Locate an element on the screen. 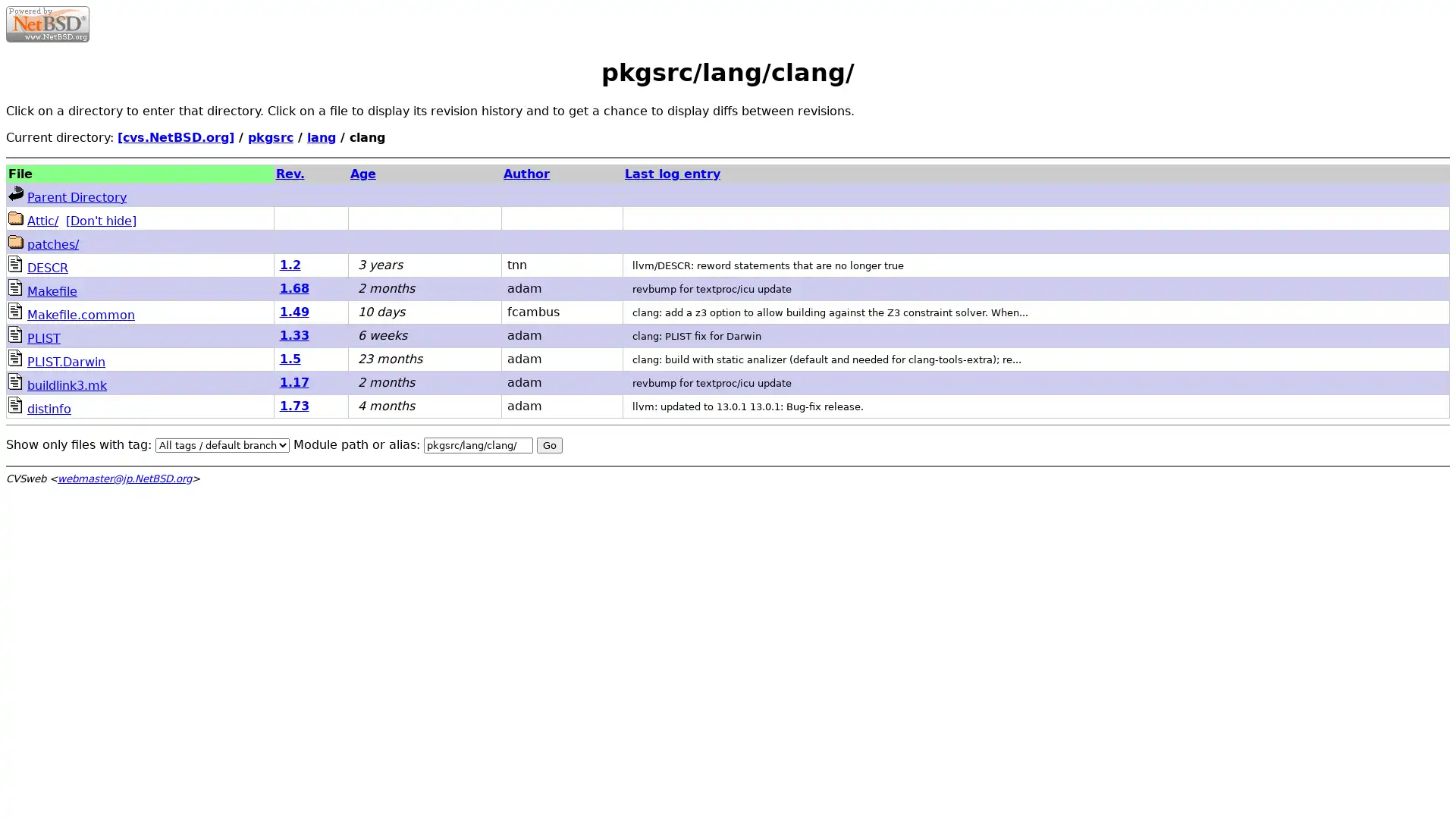 This screenshot has width=1456, height=819. Go is located at coordinates (548, 444).